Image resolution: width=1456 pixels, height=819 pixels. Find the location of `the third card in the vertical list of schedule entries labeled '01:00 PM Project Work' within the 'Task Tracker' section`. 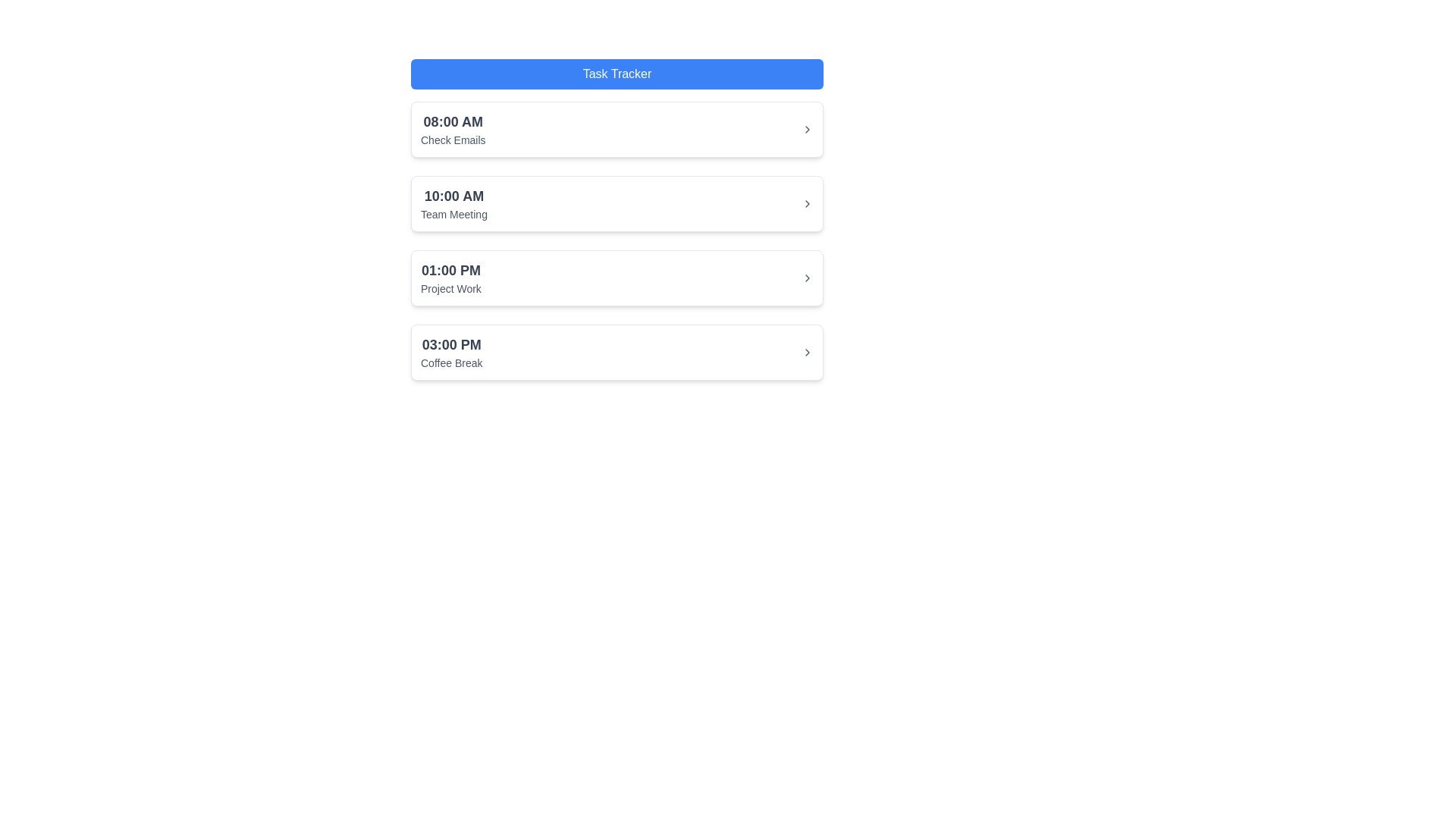

the third card in the vertical list of schedule entries labeled '01:00 PM Project Work' within the 'Task Tracker' section is located at coordinates (617, 278).